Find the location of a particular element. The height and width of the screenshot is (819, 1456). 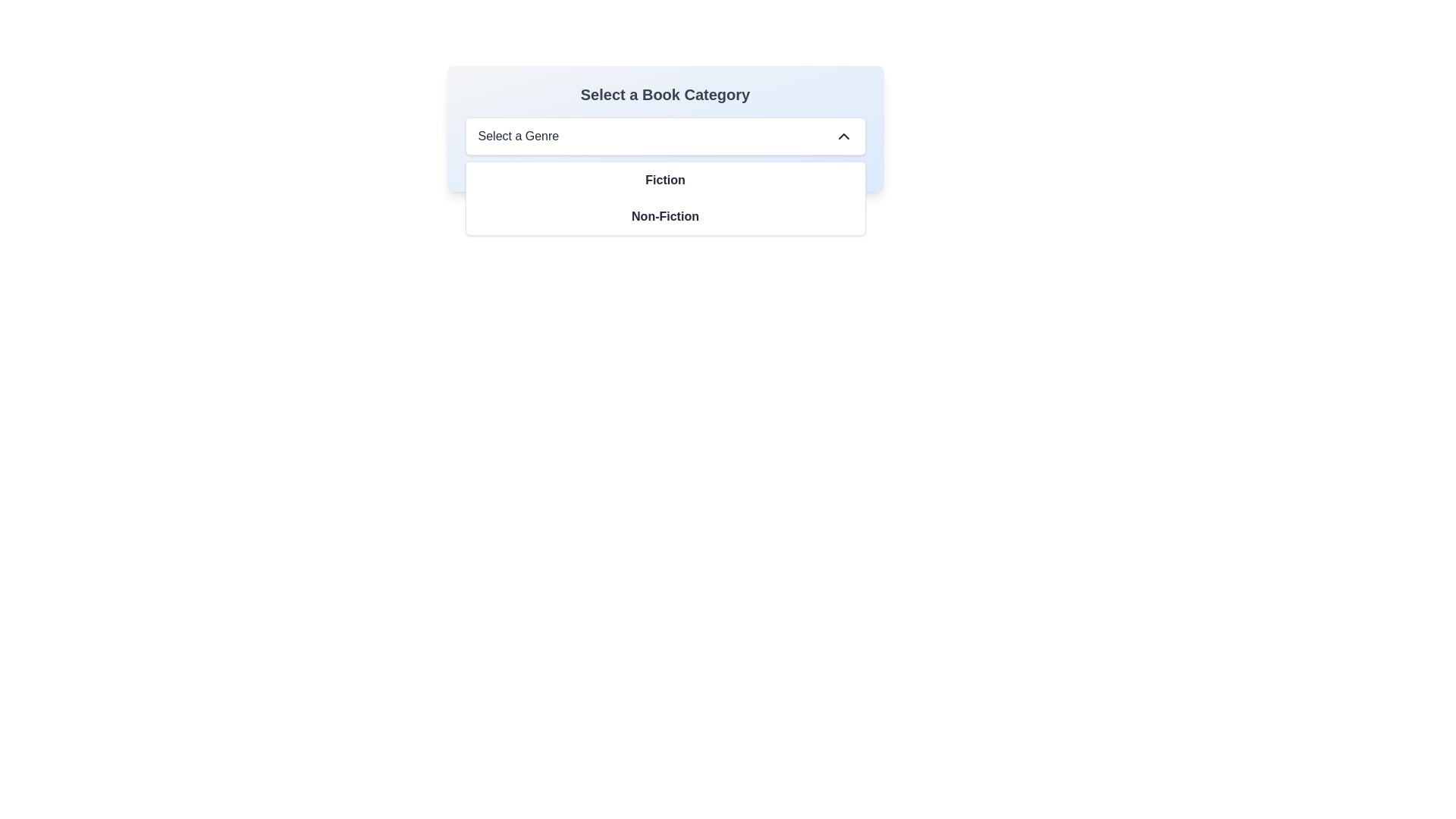

to select the 'Non-Fiction' category from the dropdown menu located below 'Select a Book Category', specifically the second item in the list is located at coordinates (665, 216).